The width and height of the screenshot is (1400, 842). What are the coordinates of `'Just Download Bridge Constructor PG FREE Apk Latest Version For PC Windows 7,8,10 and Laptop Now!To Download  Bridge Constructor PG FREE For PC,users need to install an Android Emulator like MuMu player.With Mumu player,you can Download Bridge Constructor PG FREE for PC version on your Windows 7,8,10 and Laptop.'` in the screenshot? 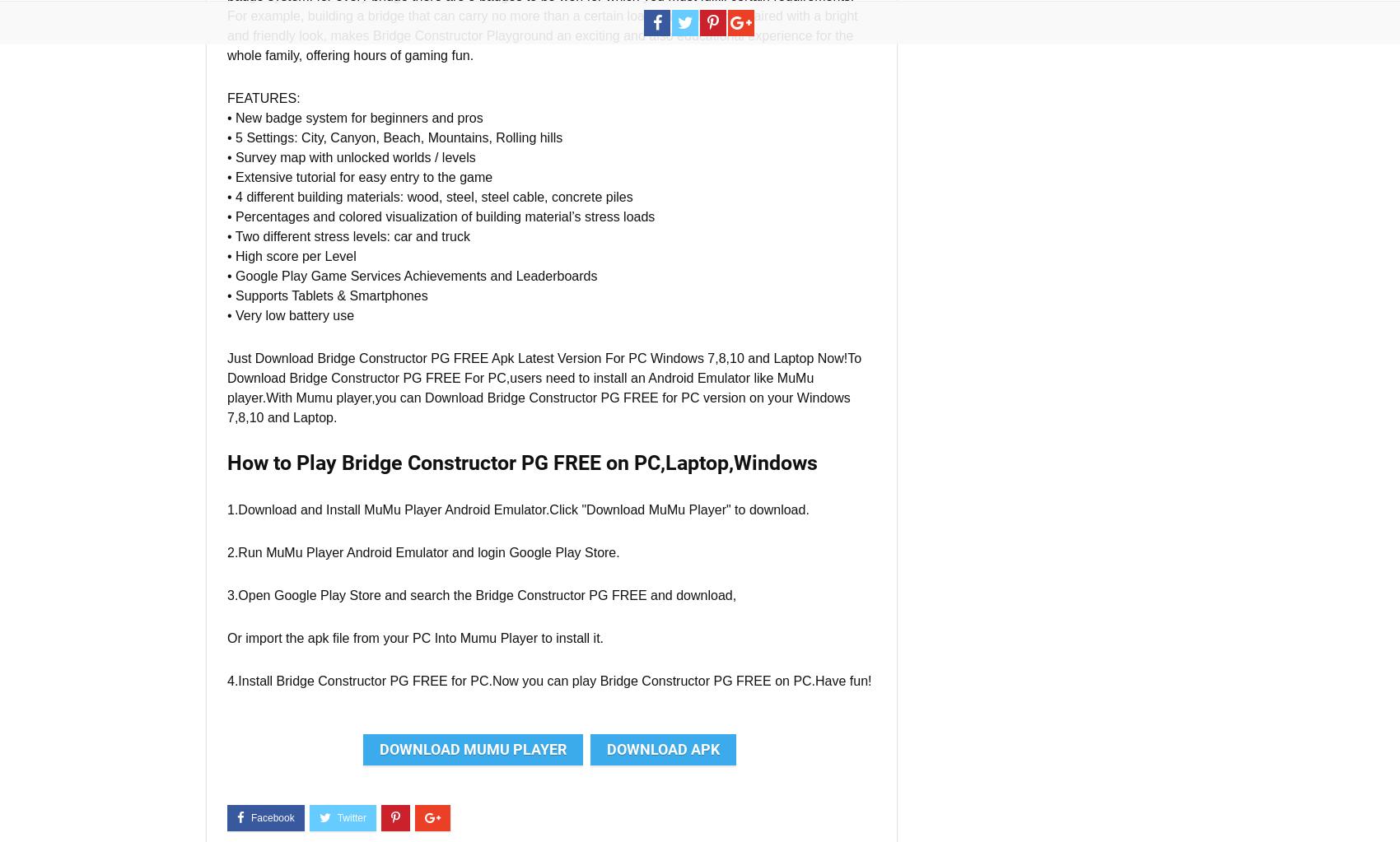 It's located at (227, 387).